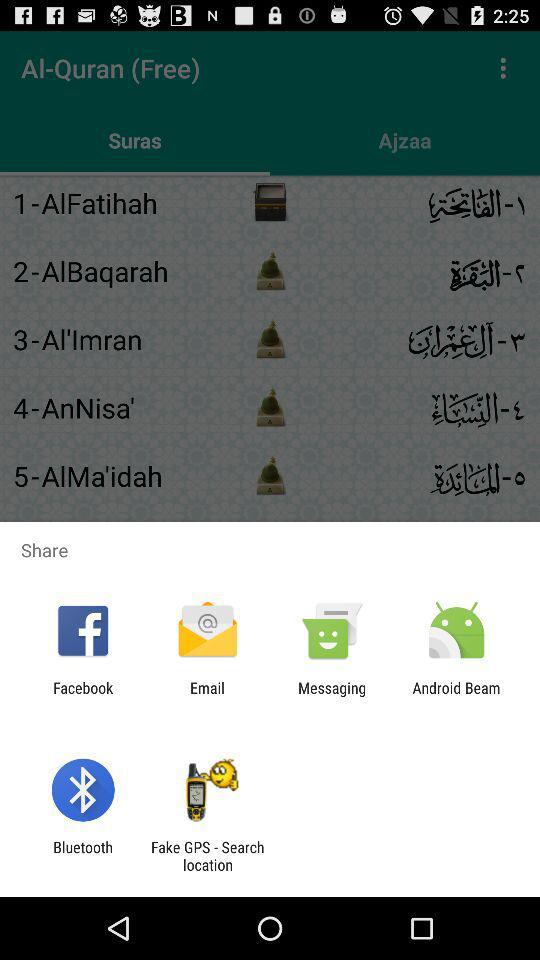  I want to click on app to the right of the email item, so click(332, 696).